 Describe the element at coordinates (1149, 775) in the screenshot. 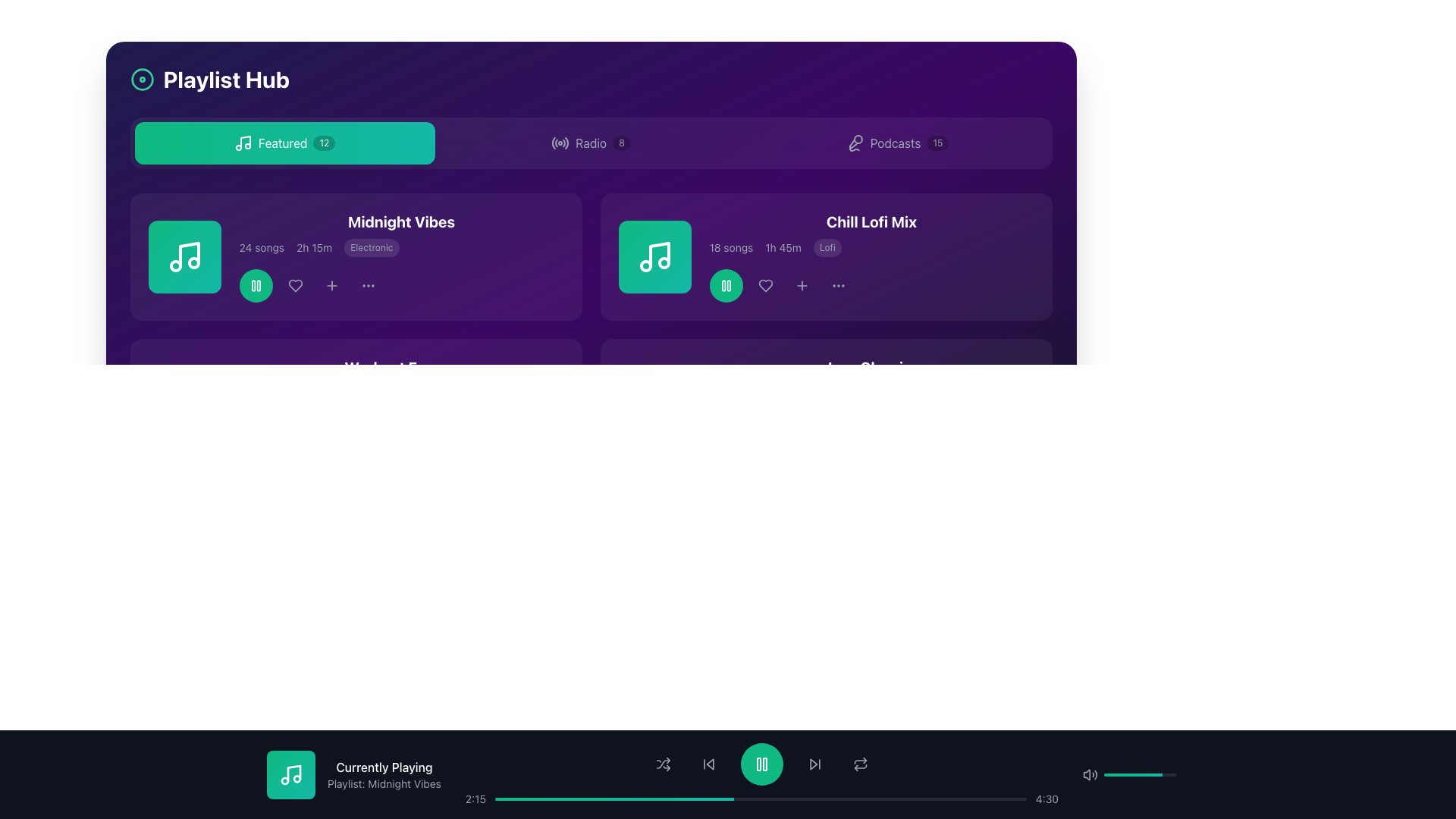

I see `the slider` at that location.